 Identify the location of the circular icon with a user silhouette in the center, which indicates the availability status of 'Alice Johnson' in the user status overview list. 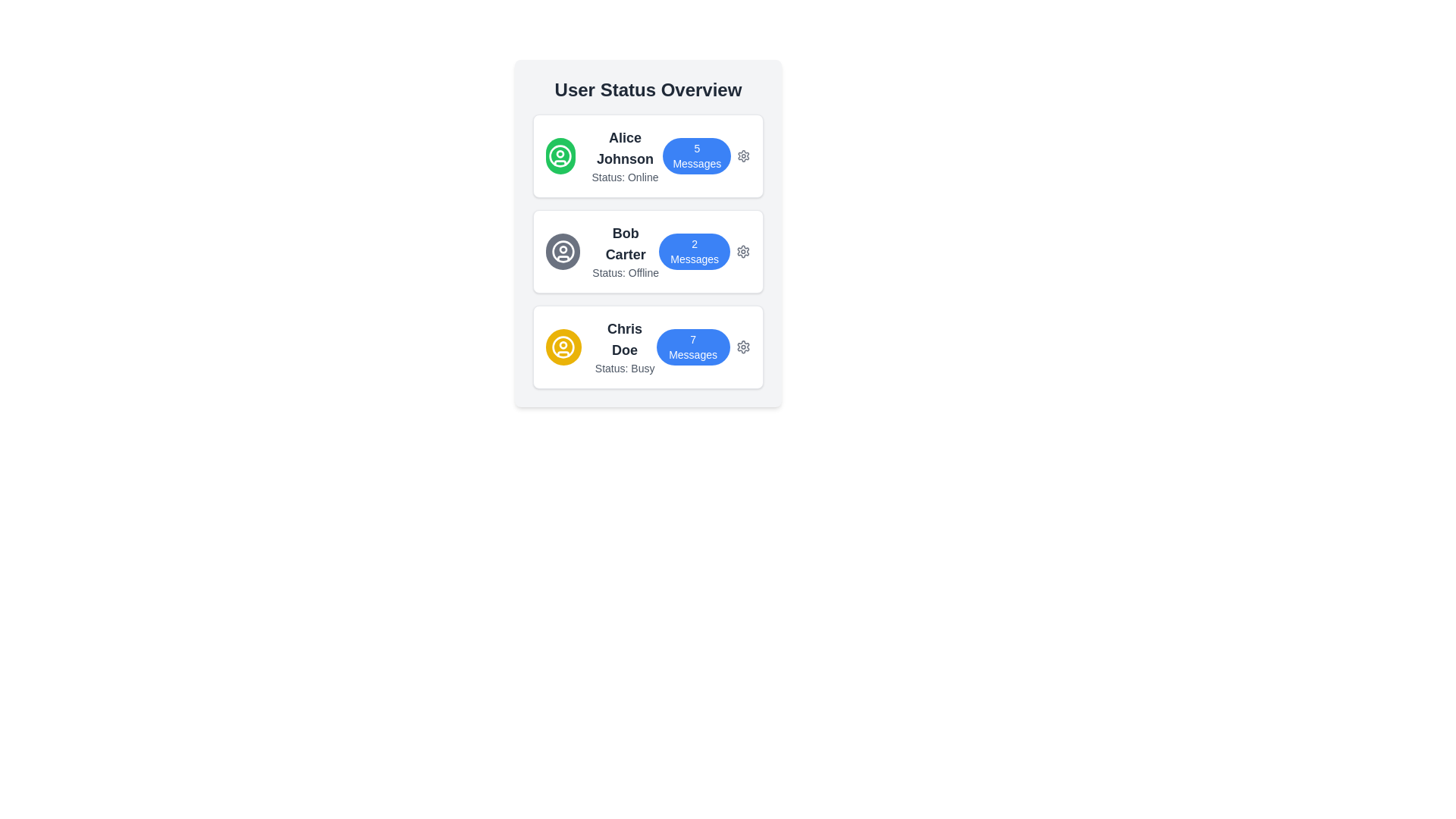
(560, 155).